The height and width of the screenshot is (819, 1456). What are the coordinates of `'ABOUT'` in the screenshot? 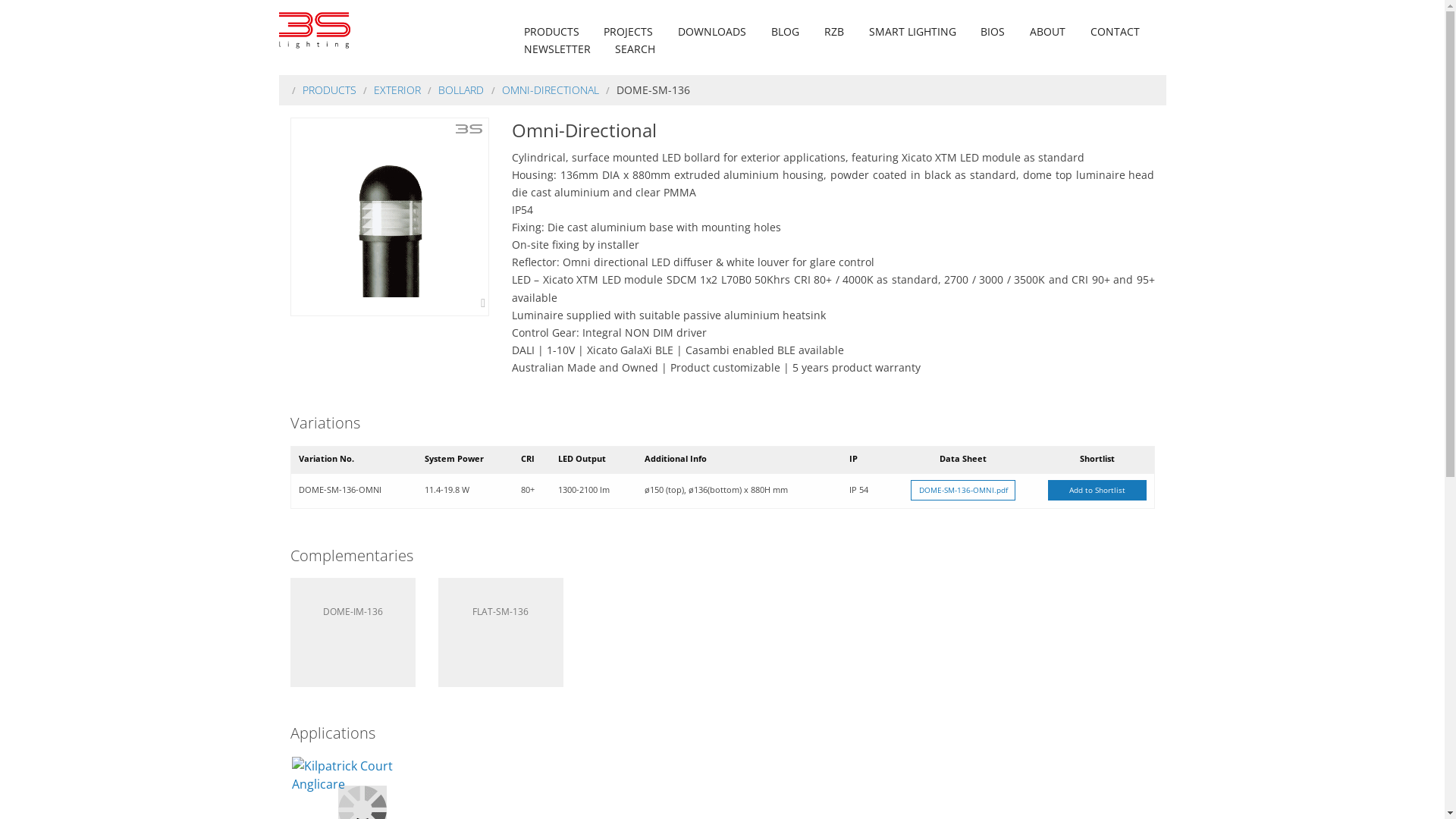 It's located at (1046, 31).